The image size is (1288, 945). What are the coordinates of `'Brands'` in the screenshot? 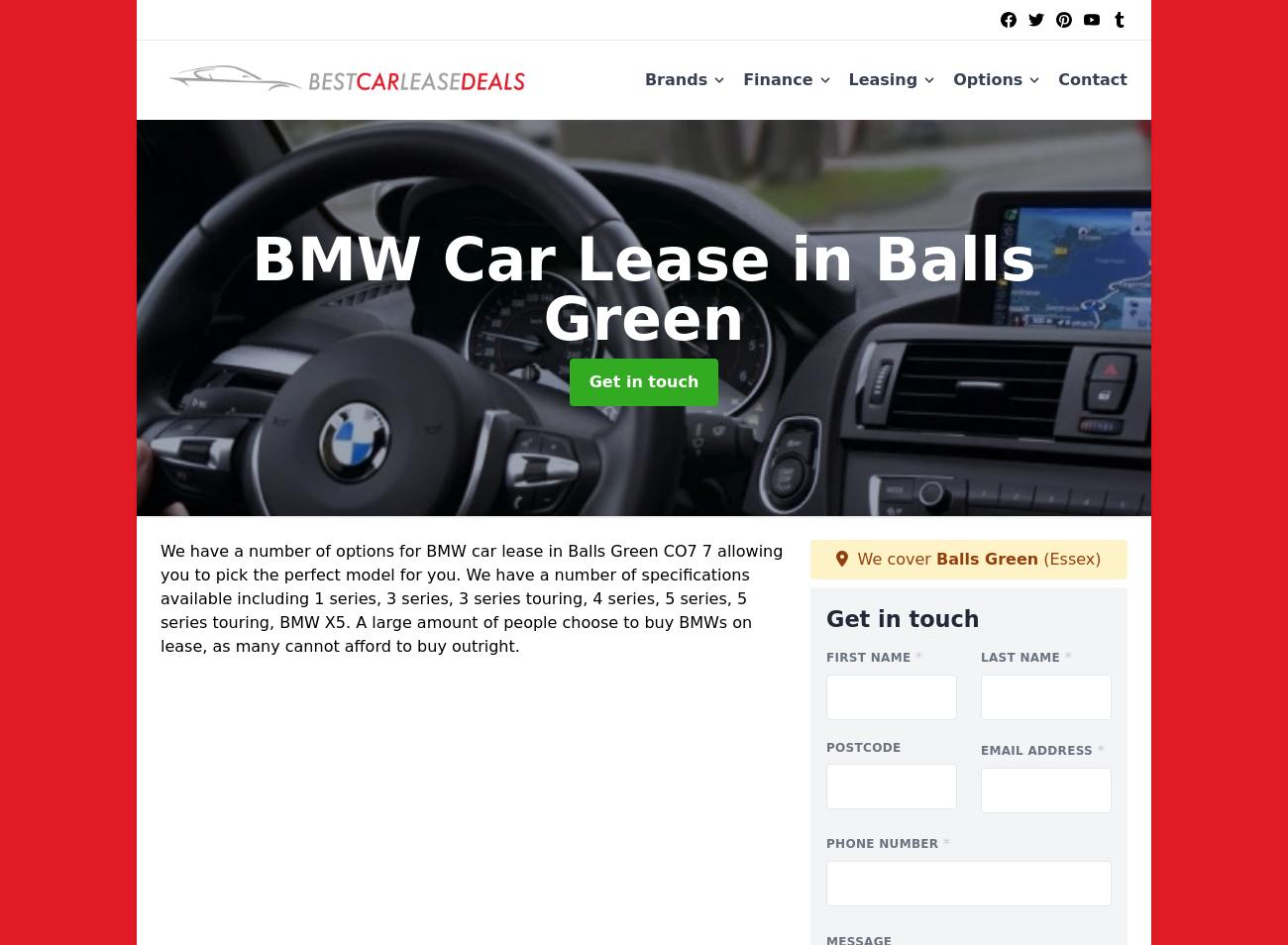 It's located at (674, 77).